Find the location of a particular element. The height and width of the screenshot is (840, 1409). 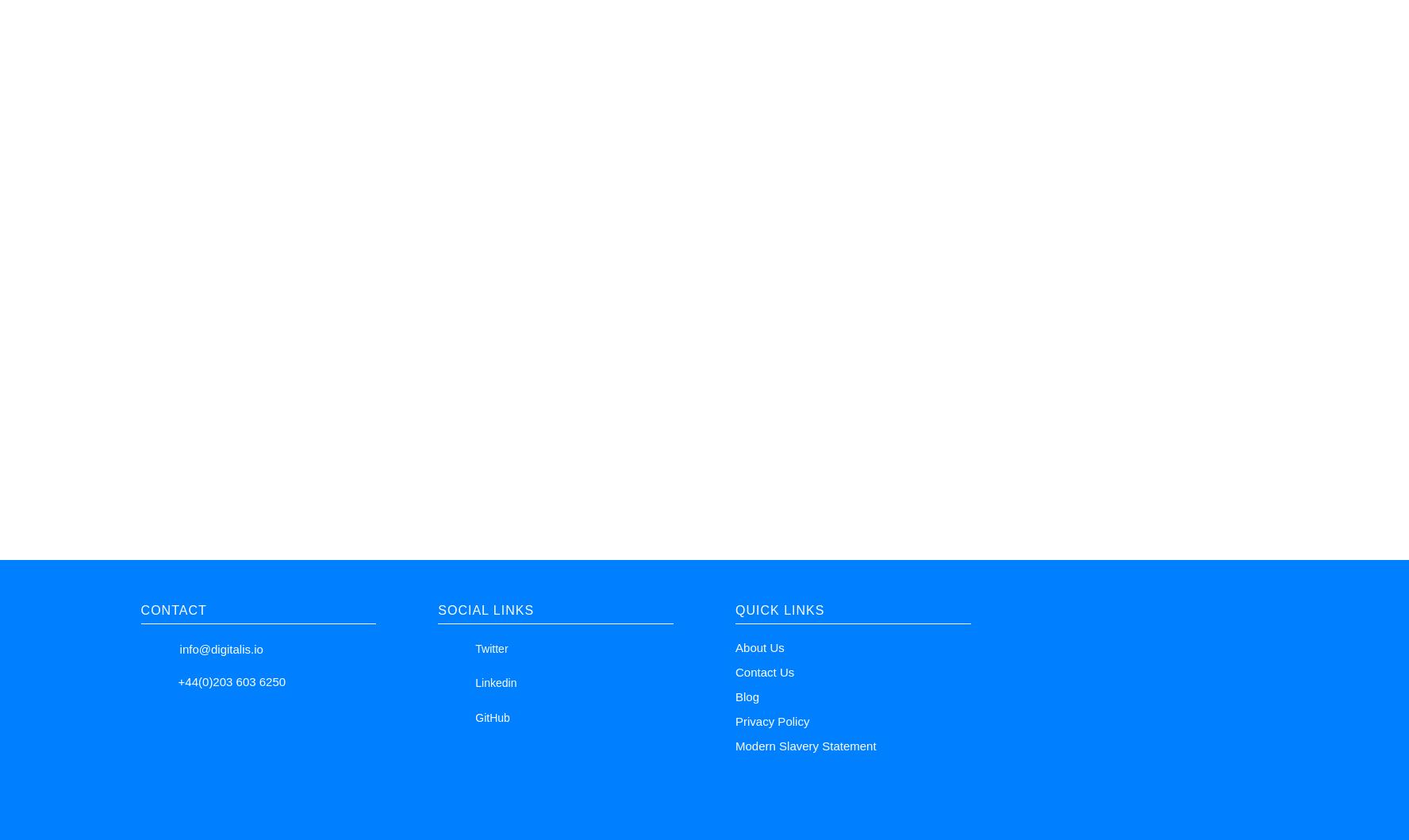

'Modern Slavery Statement' is located at coordinates (805, 745).